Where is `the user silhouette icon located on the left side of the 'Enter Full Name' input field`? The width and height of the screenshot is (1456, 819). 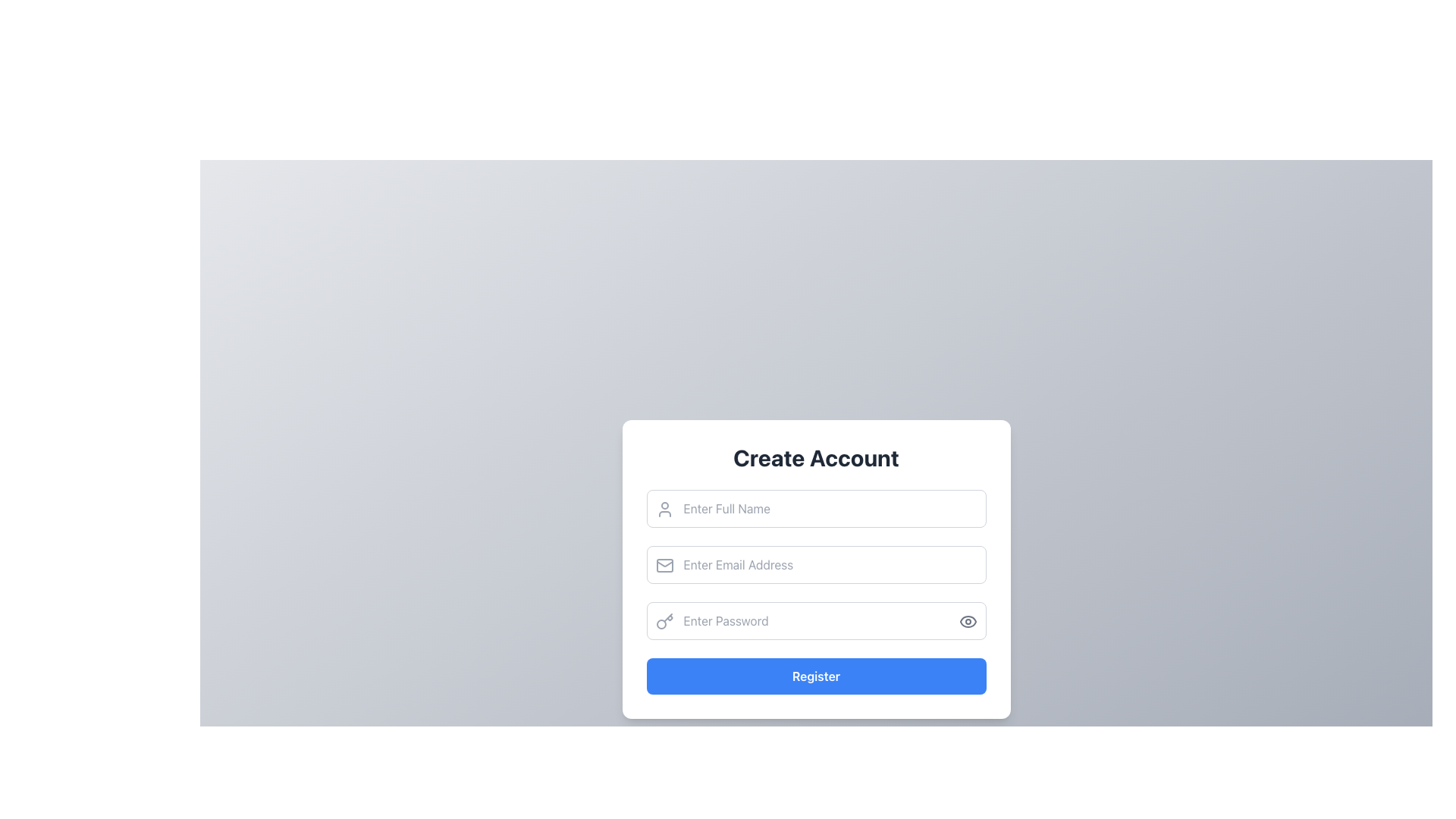
the user silhouette icon located on the left side of the 'Enter Full Name' input field is located at coordinates (664, 509).